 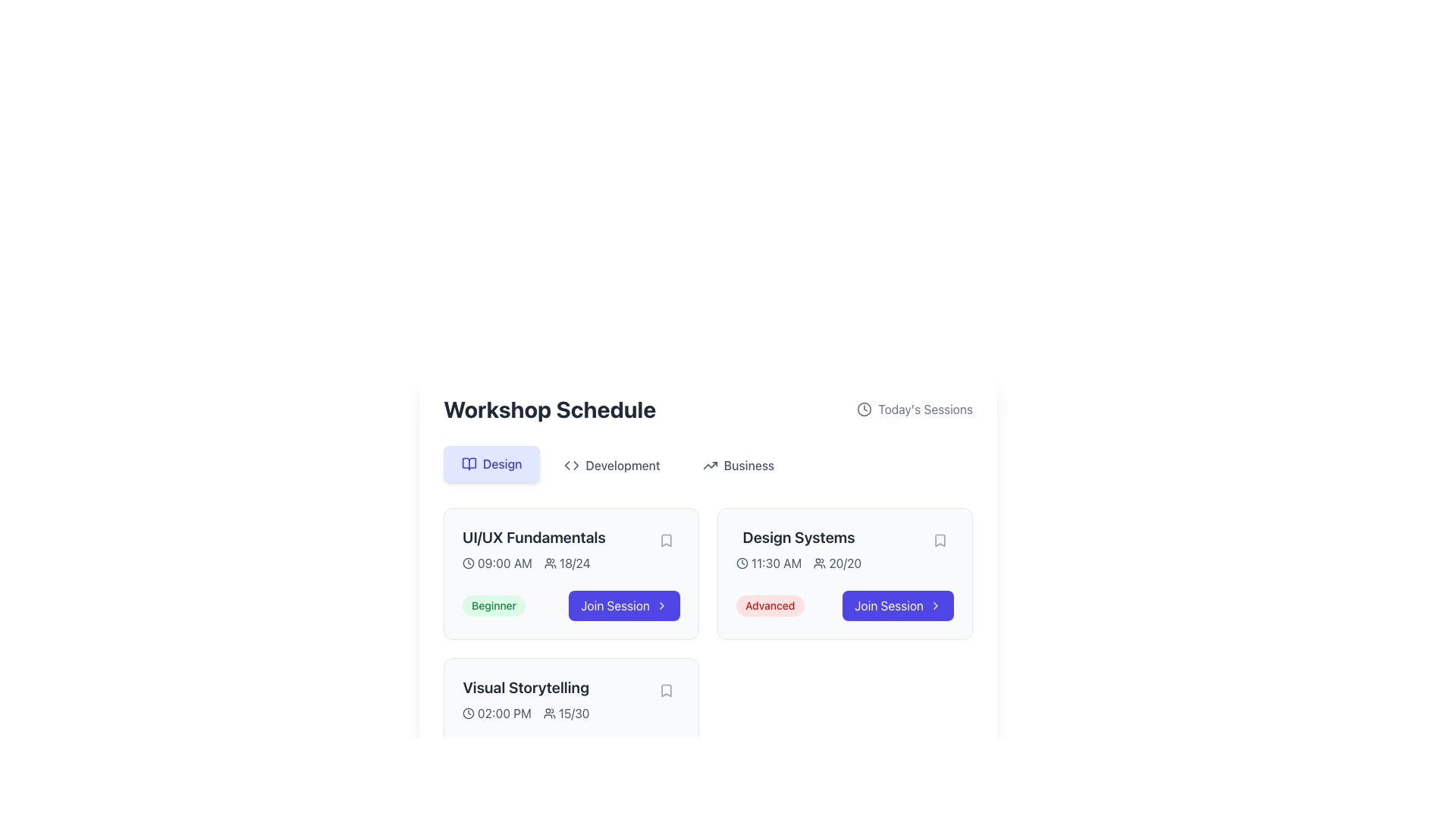 I want to click on the icon depicting a group of people located to the left of the text '15/30' in the second row of the schedule titled 'Visual Storytelling', so click(x=548, y=714).